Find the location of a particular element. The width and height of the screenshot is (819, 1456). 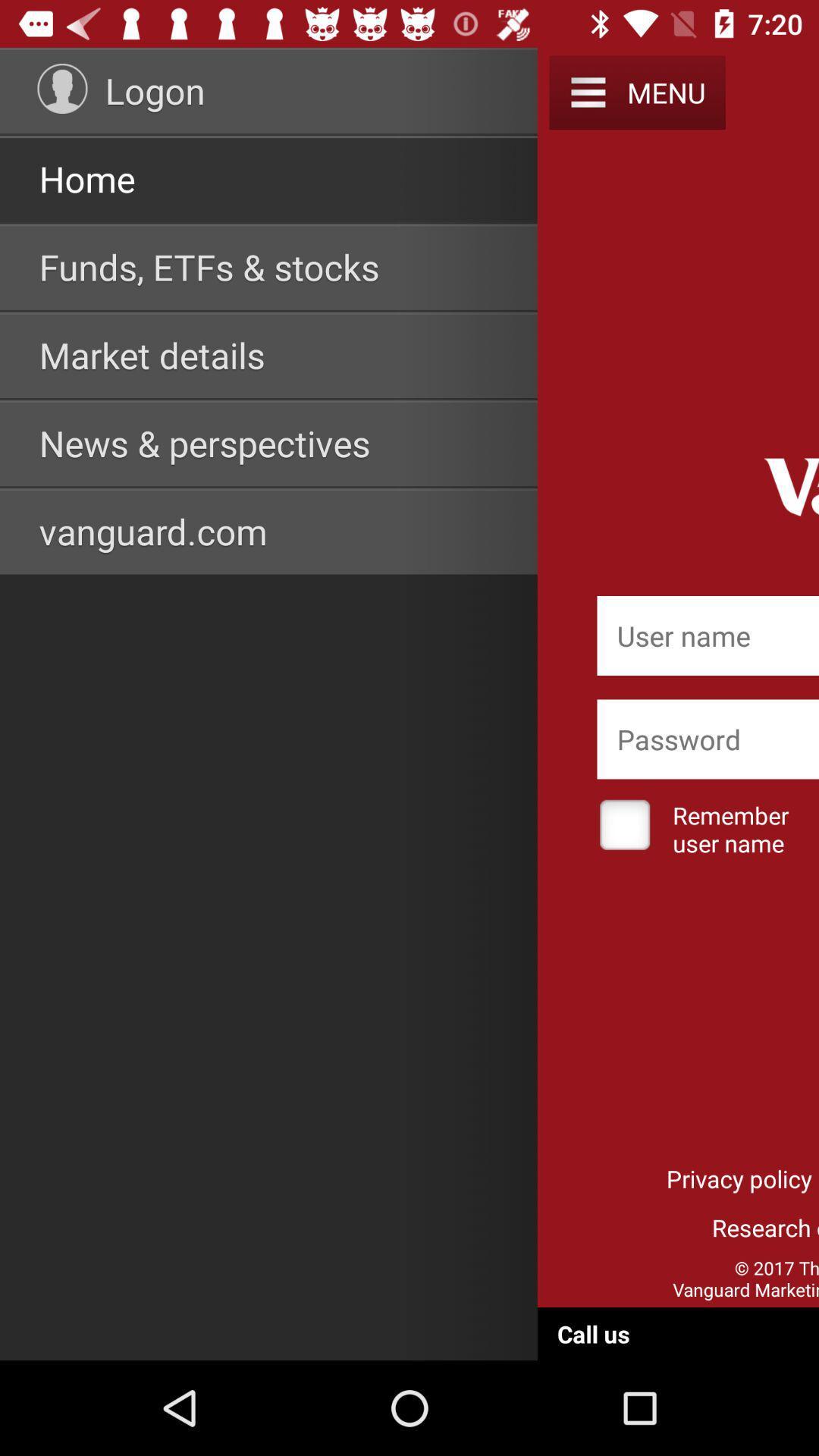

icon to the left of menu icon is located at coordinates (587, 92).